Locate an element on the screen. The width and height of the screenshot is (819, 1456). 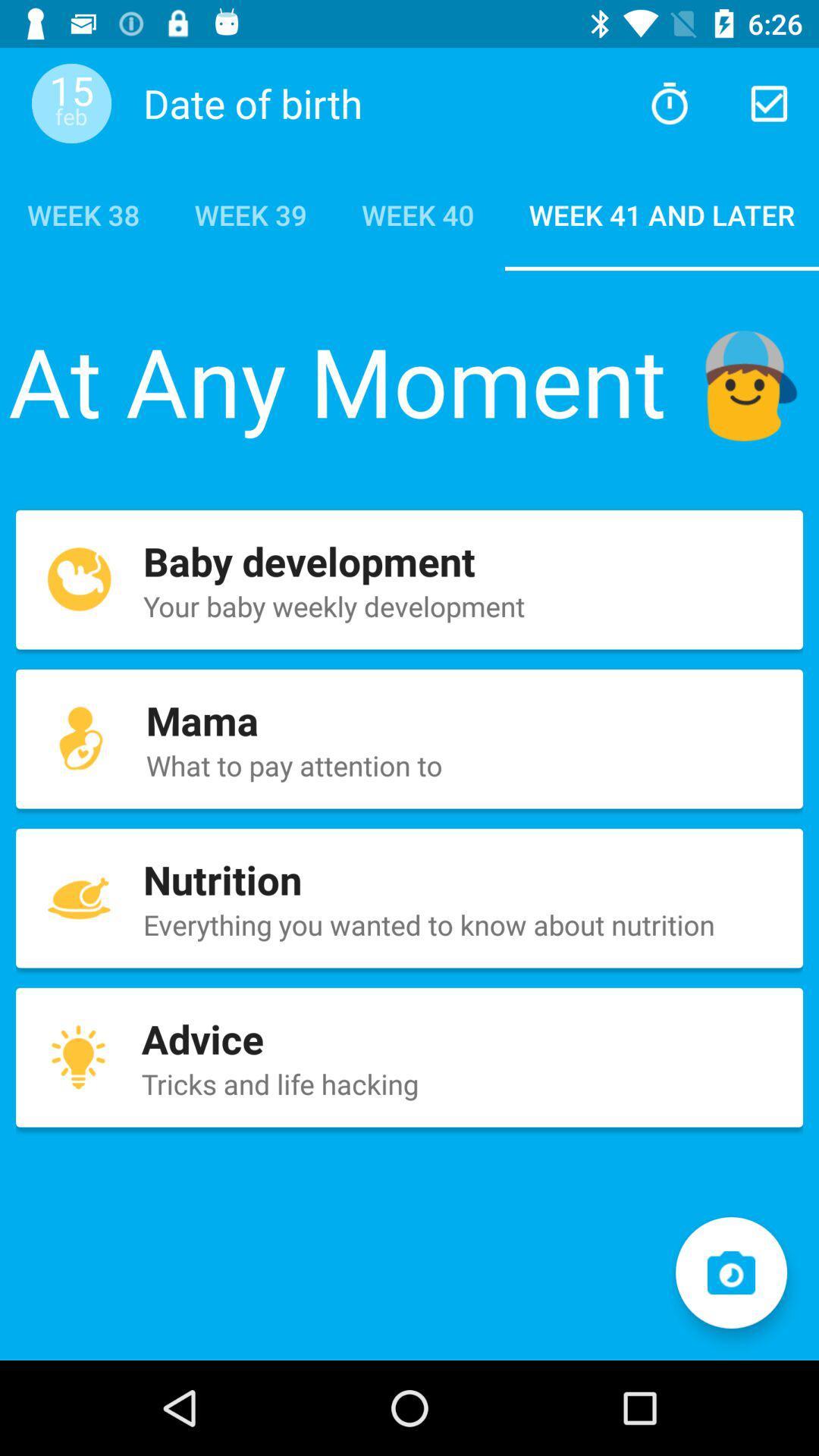
alarm is located at coordinates (669, 102).